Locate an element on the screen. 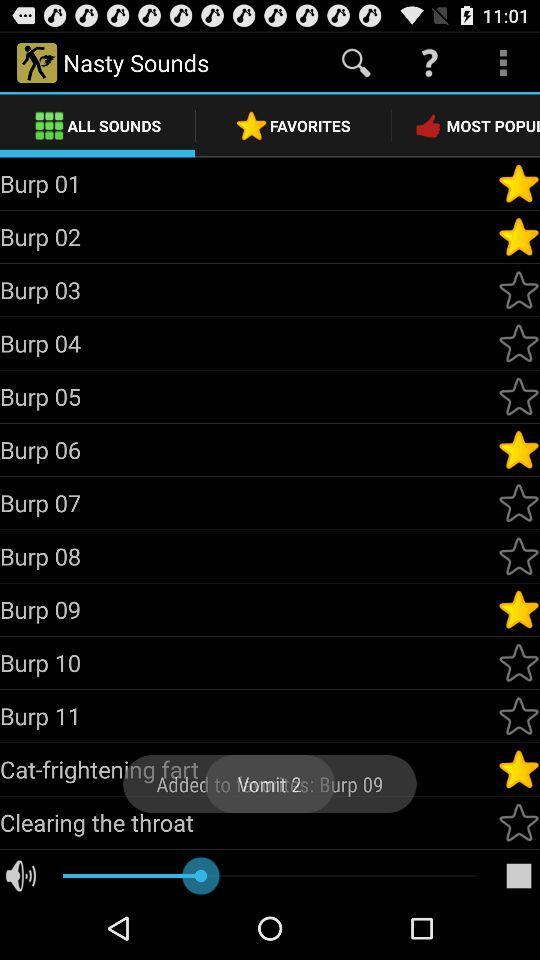  sounds is located at coordinates (518, 662).